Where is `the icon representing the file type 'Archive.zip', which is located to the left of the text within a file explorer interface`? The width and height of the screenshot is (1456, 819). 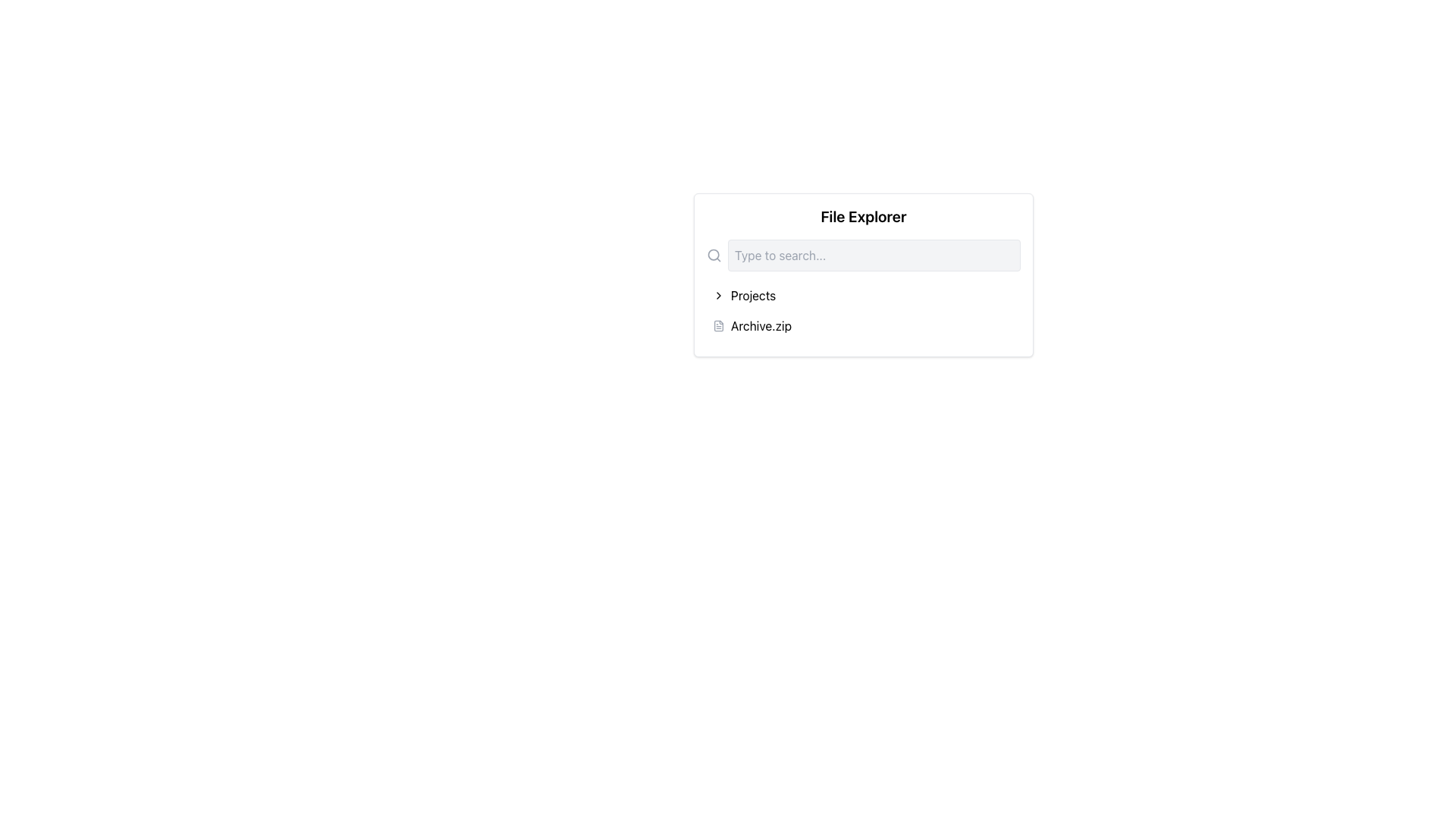
the icon representing the file type 'Archive.zip', which is located to the left of the text within a file explorer interface is located at coordinates (718, 325).